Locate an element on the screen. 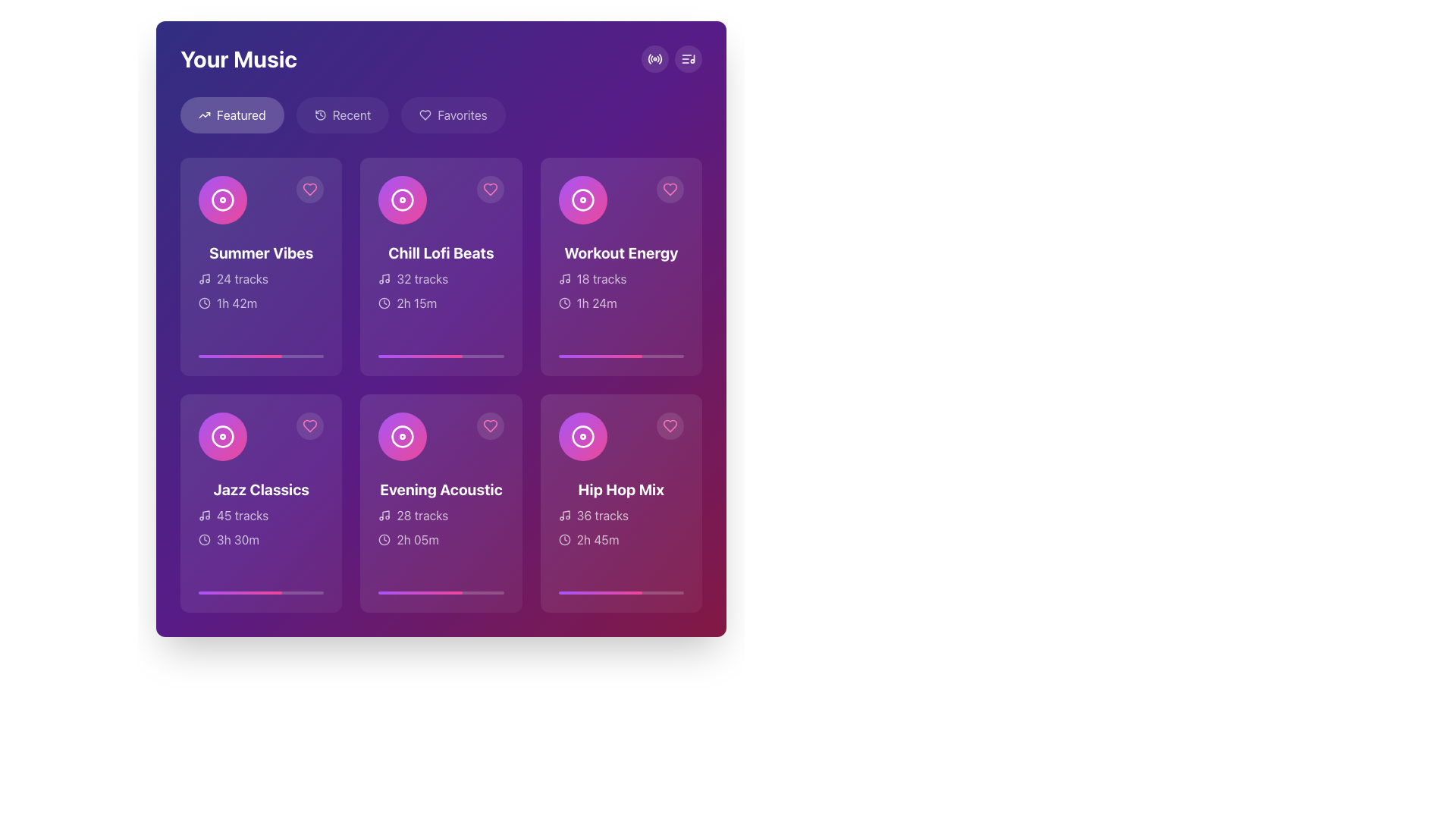 This screenshot has height=819, width=1456. text content of the bold and large white font label displaying 'Summer Vibes' located in the top-left card of the music playlist grid under the 'Featured' tab is located at coordinates (261, 253).